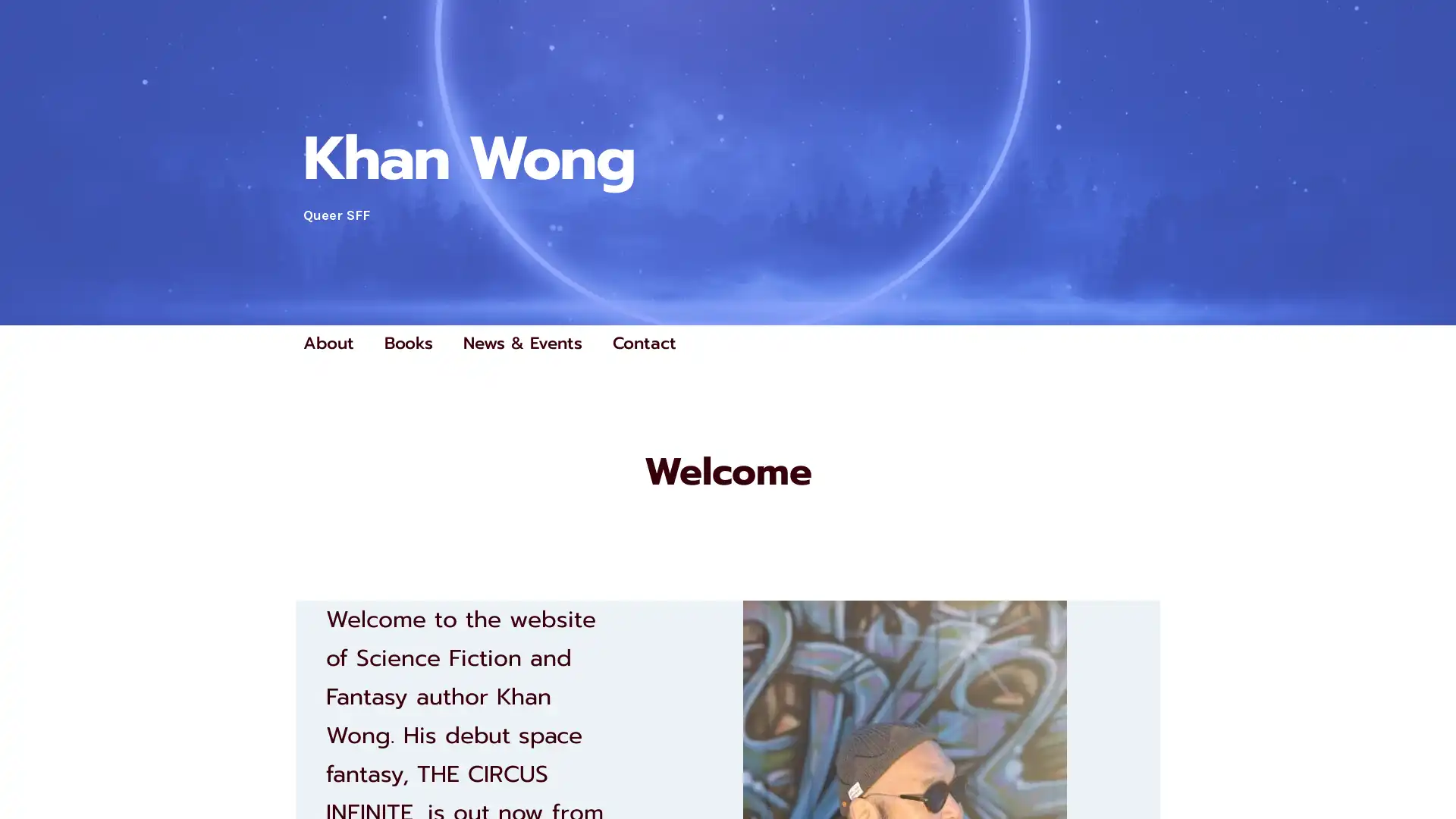  Describe the element at coordinates (1426, 767) in the screenshot. I see `Scroll to top` at that location.